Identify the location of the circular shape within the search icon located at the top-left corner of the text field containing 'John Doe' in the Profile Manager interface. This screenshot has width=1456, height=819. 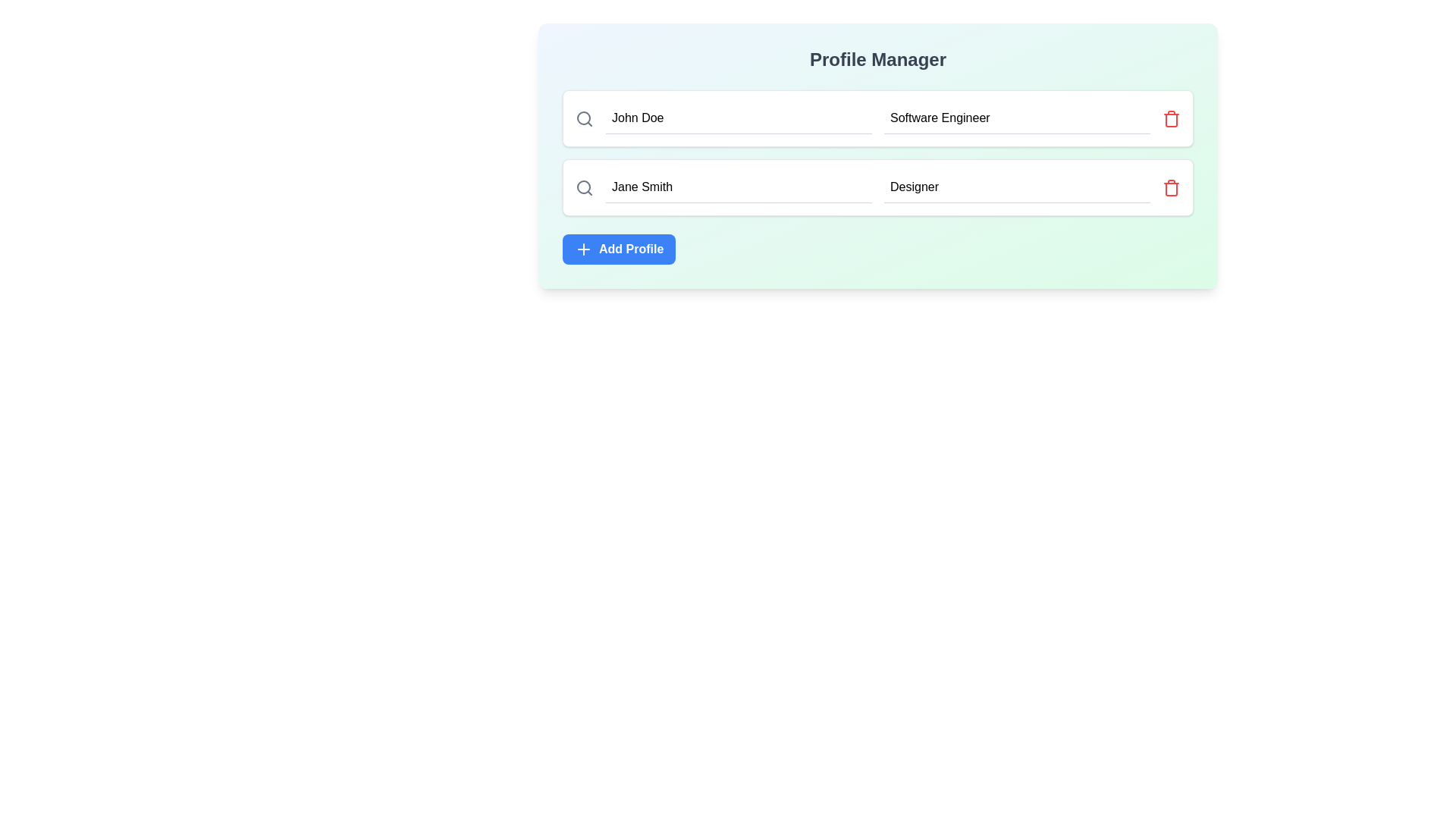
(582, 117).